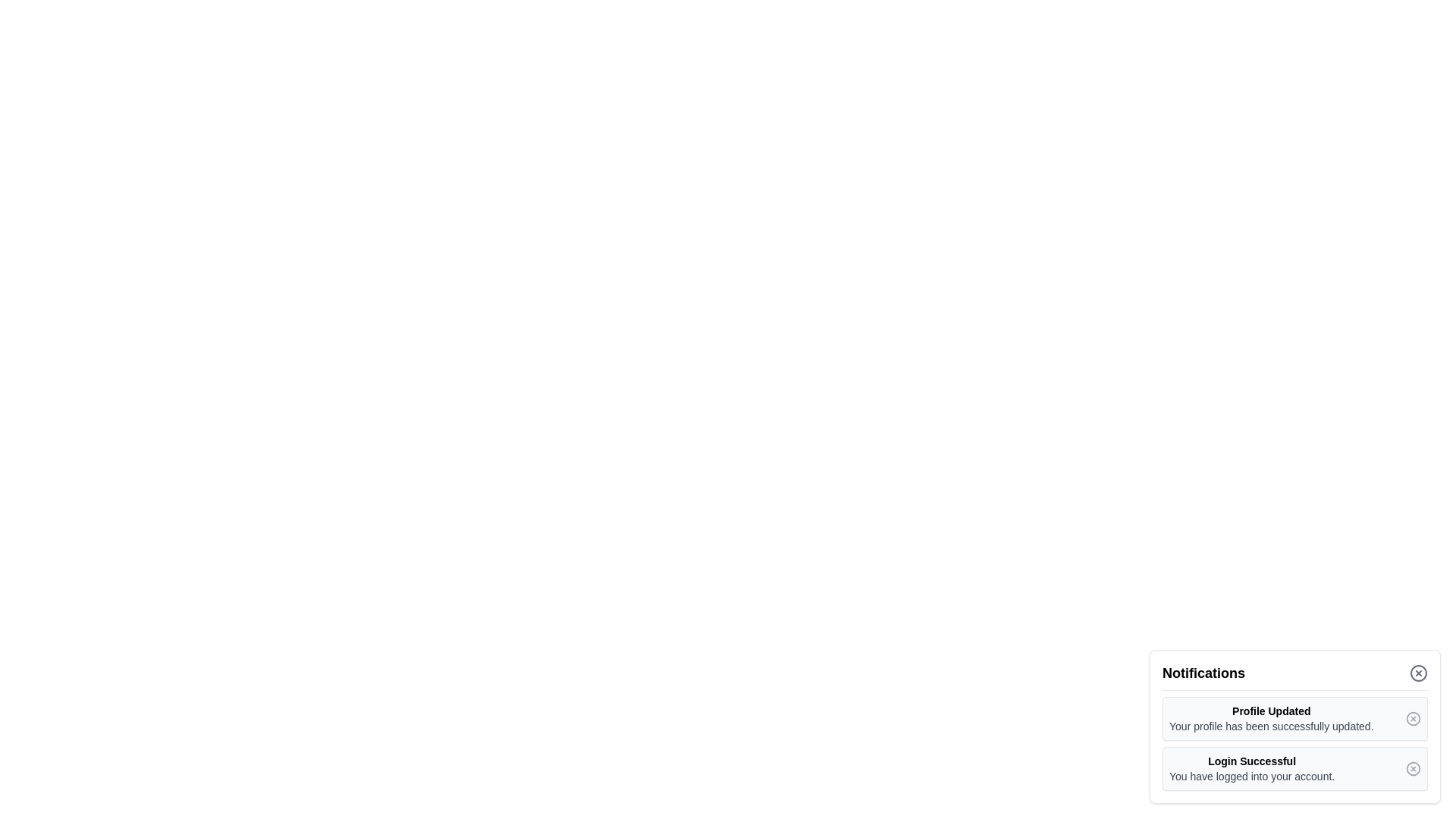  What do you see at coordinates (1252, 776) in the screenshot?
I see `the success message text located in the notification card at the bottom-right section of the interface, which confirms that the user has successfully logged into their account` at bounding box center [1252, 776].